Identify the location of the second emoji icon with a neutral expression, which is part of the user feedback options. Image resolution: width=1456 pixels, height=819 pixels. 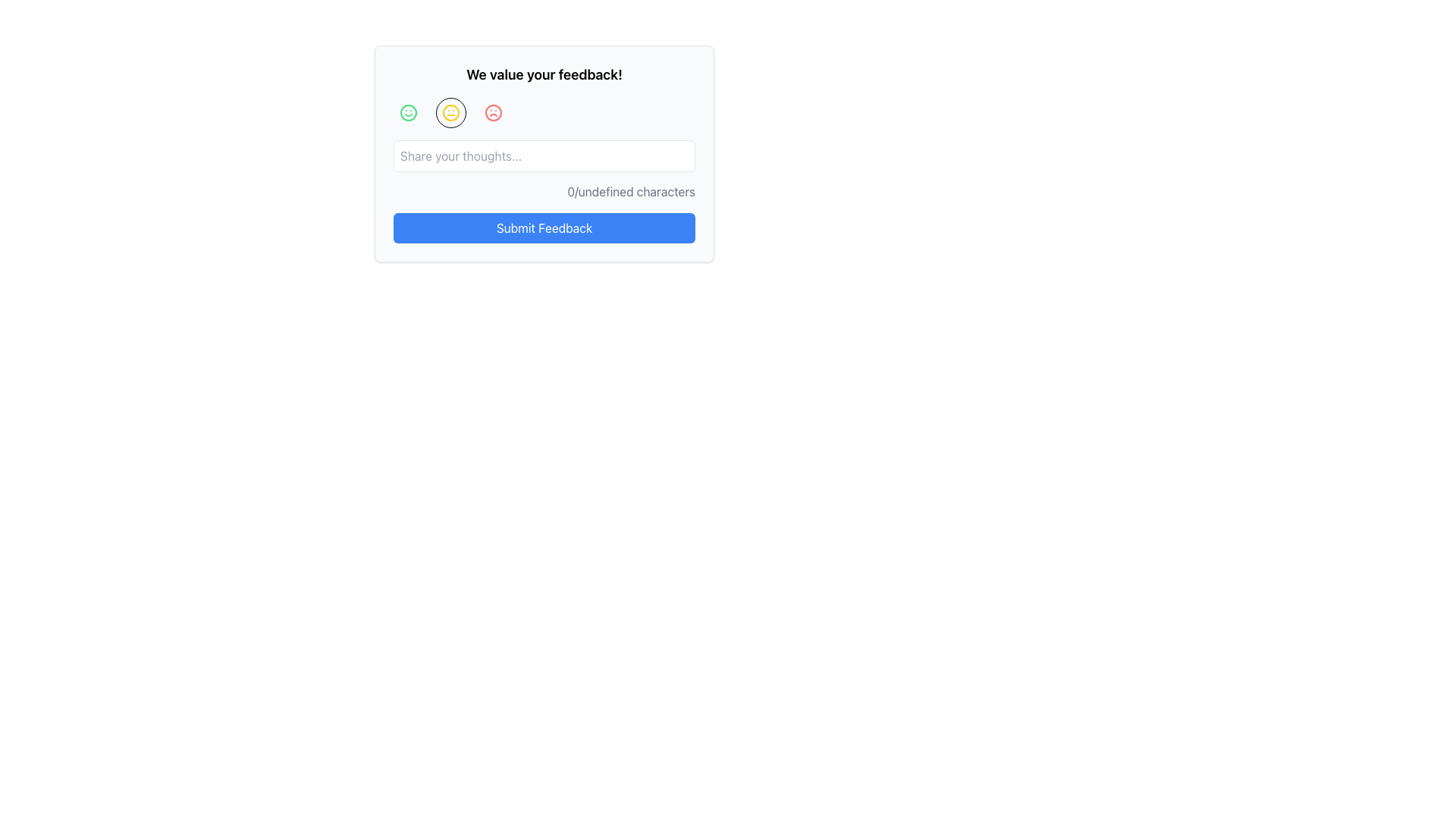
(450, 112).